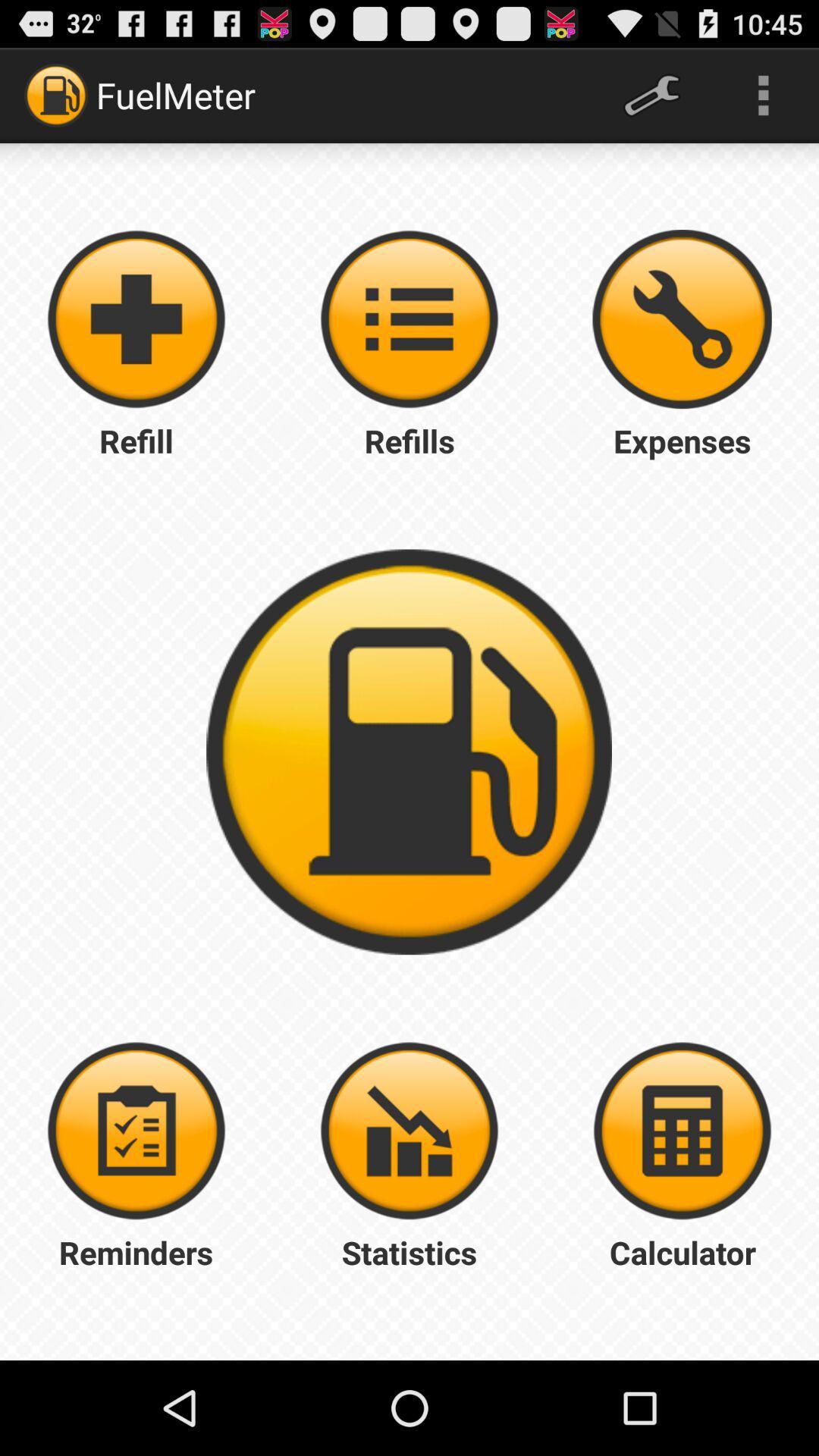 The image size is (819, 1456). I want to click on open statistics menu, so click(409, 1131).